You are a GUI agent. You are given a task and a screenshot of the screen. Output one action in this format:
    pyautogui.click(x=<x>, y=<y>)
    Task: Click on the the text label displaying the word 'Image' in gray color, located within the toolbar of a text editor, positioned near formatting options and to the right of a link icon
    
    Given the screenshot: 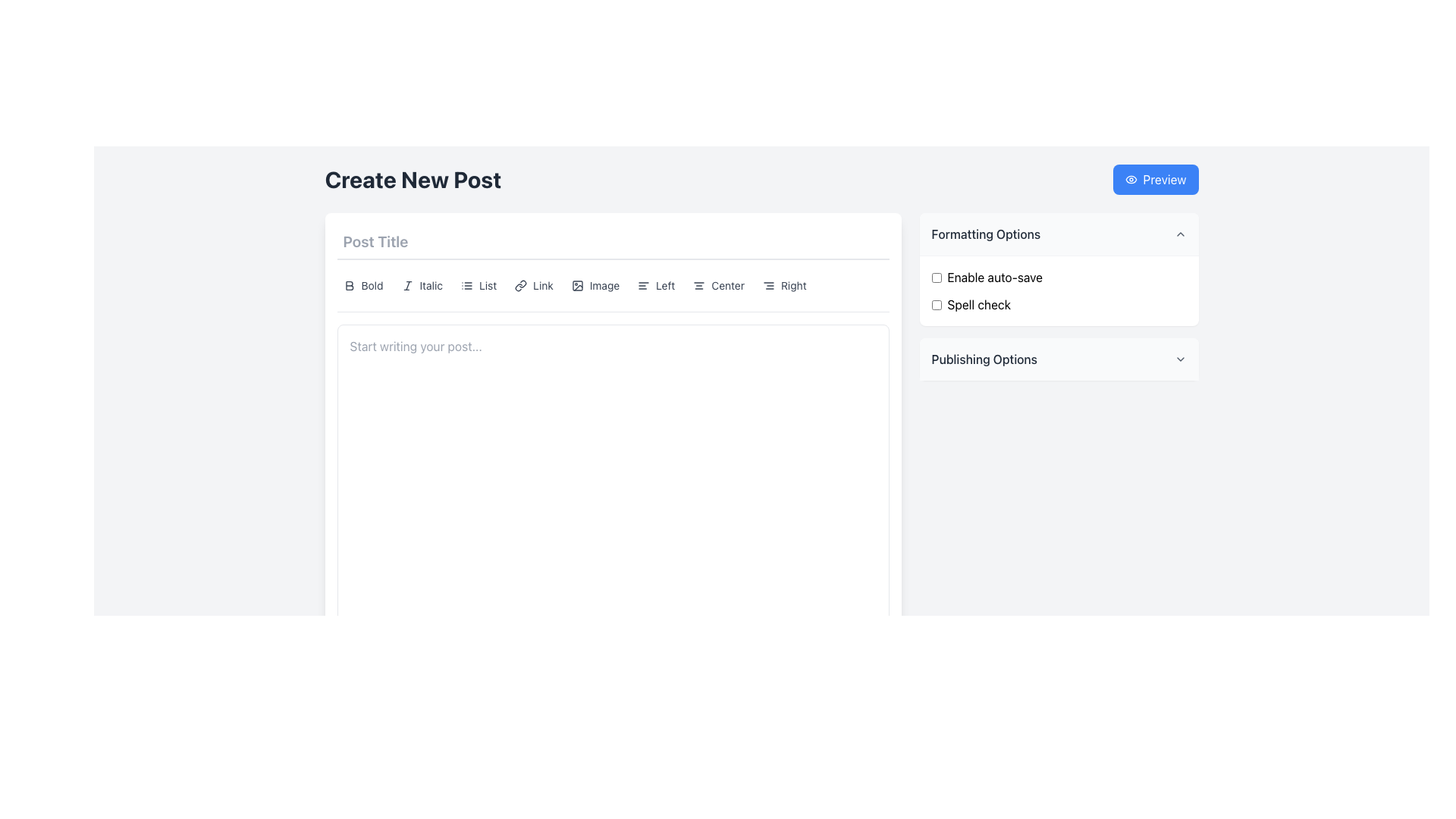 What is the action you would take?
    pyautogui.click(x=604, y=286)
    